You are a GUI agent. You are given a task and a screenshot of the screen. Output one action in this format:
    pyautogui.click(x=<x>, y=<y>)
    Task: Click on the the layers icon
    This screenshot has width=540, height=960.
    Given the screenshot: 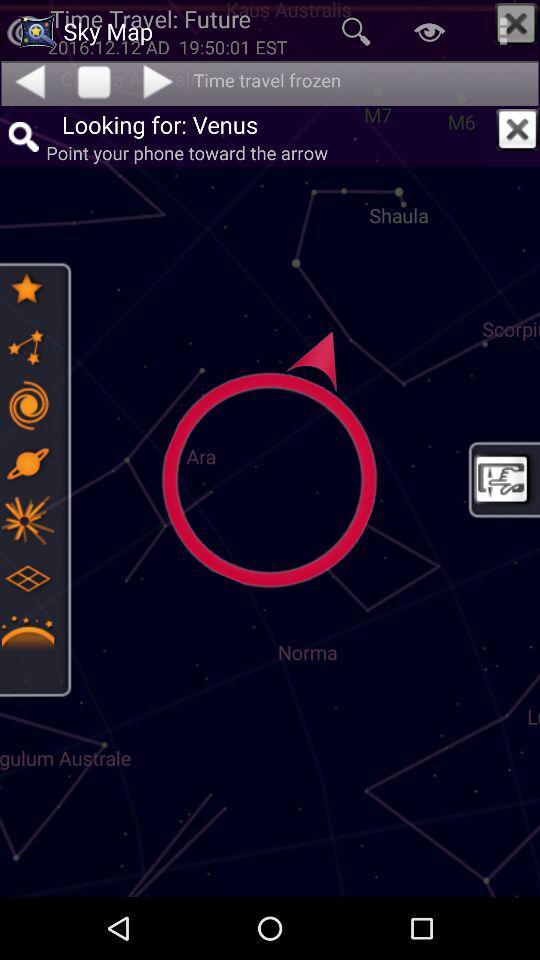 What is the action you would take?
    pyautogui.click(x=26, y=578)
    